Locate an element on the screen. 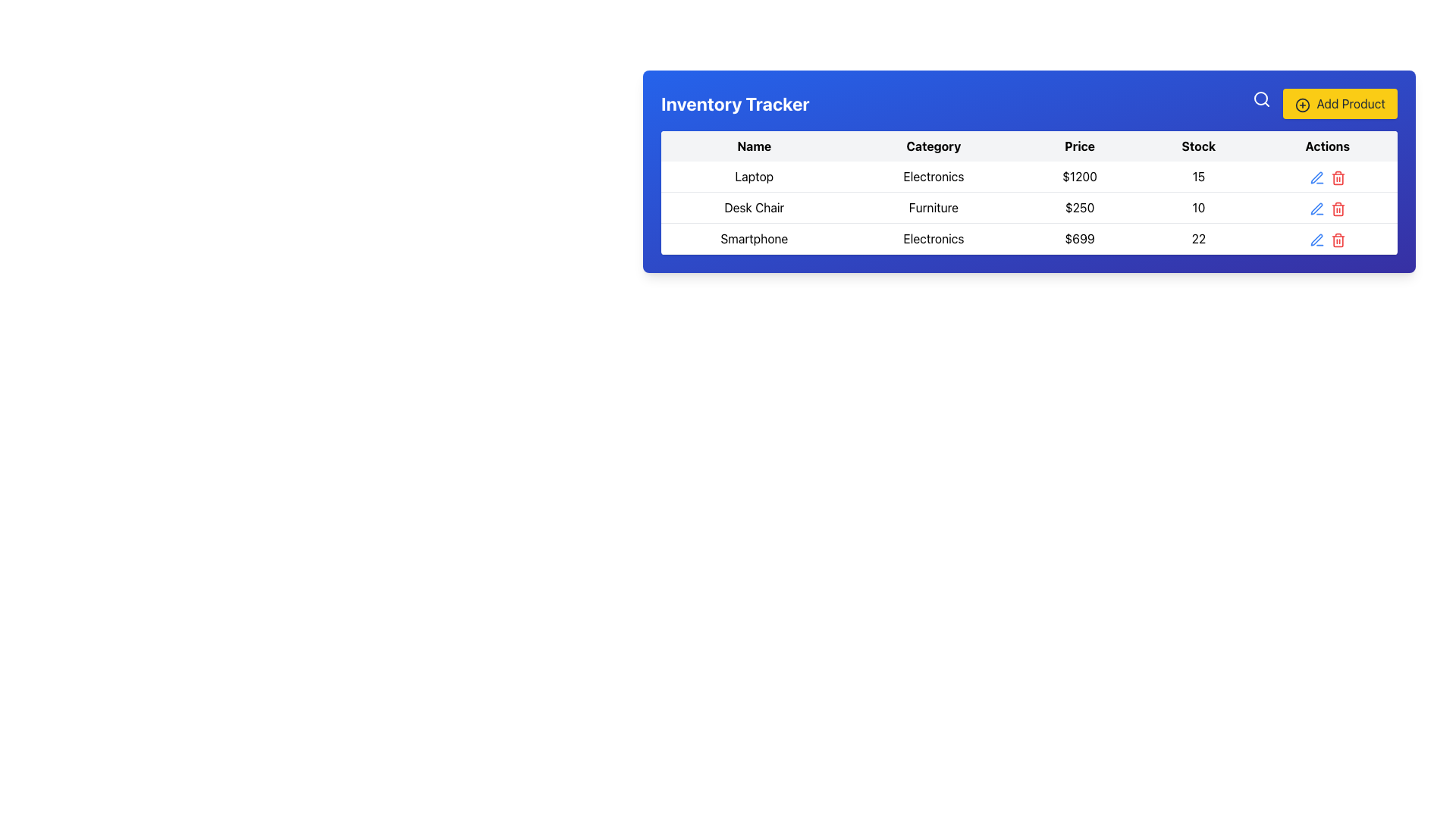 Image resolution: width=1456 pixels, height=819 pixels. the edit button for the 'Smartphone' item located in the 'Actions' column is located at coordinates (1316, 239).